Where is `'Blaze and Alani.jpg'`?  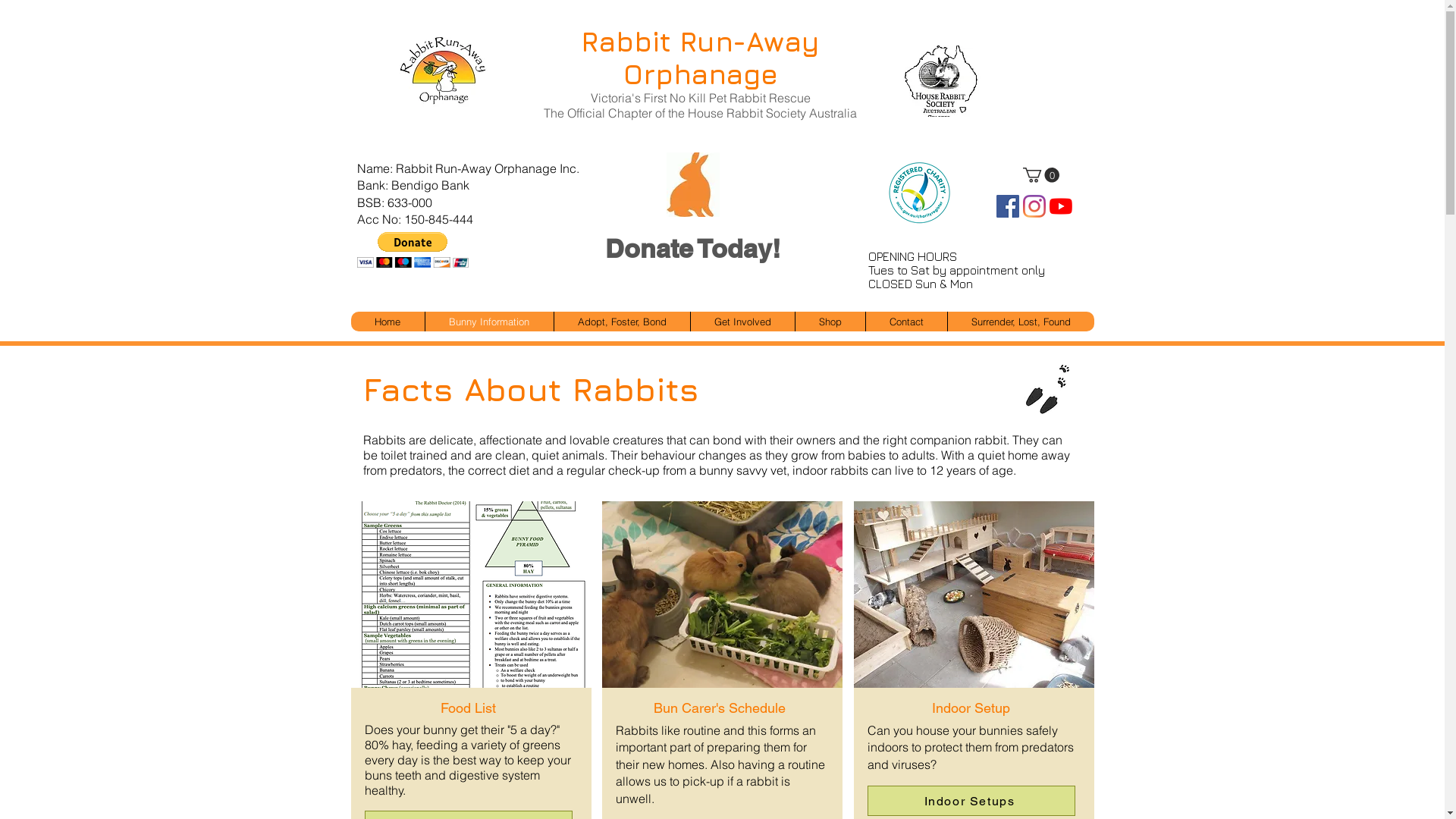
'Blaze and Alani.jpg' is located at coordinates (720, 587).